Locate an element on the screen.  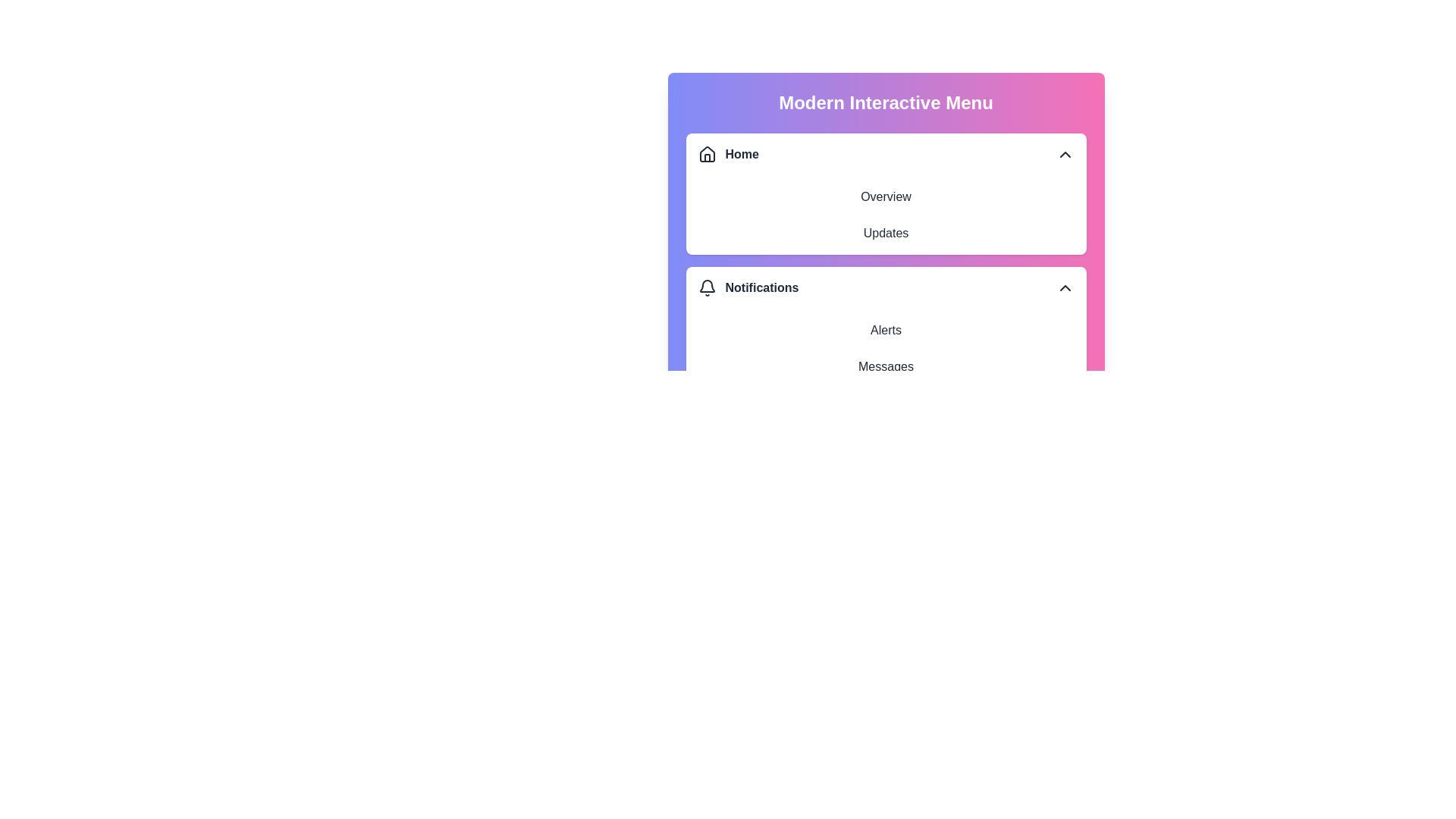
the toggle icon next to the Notifications section title is located at coordinates (1064, 288).